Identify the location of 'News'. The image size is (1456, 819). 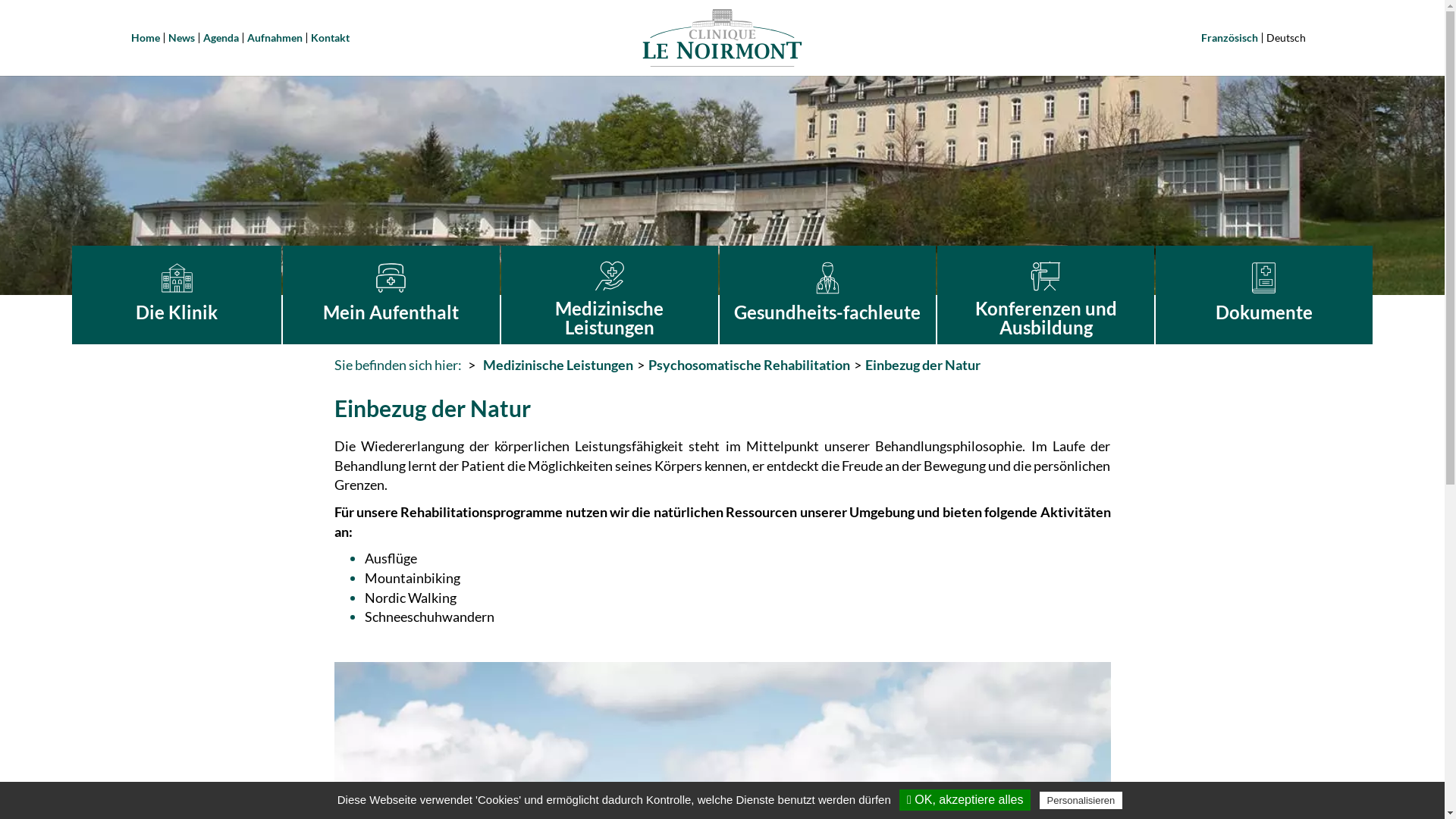
(181, 36).